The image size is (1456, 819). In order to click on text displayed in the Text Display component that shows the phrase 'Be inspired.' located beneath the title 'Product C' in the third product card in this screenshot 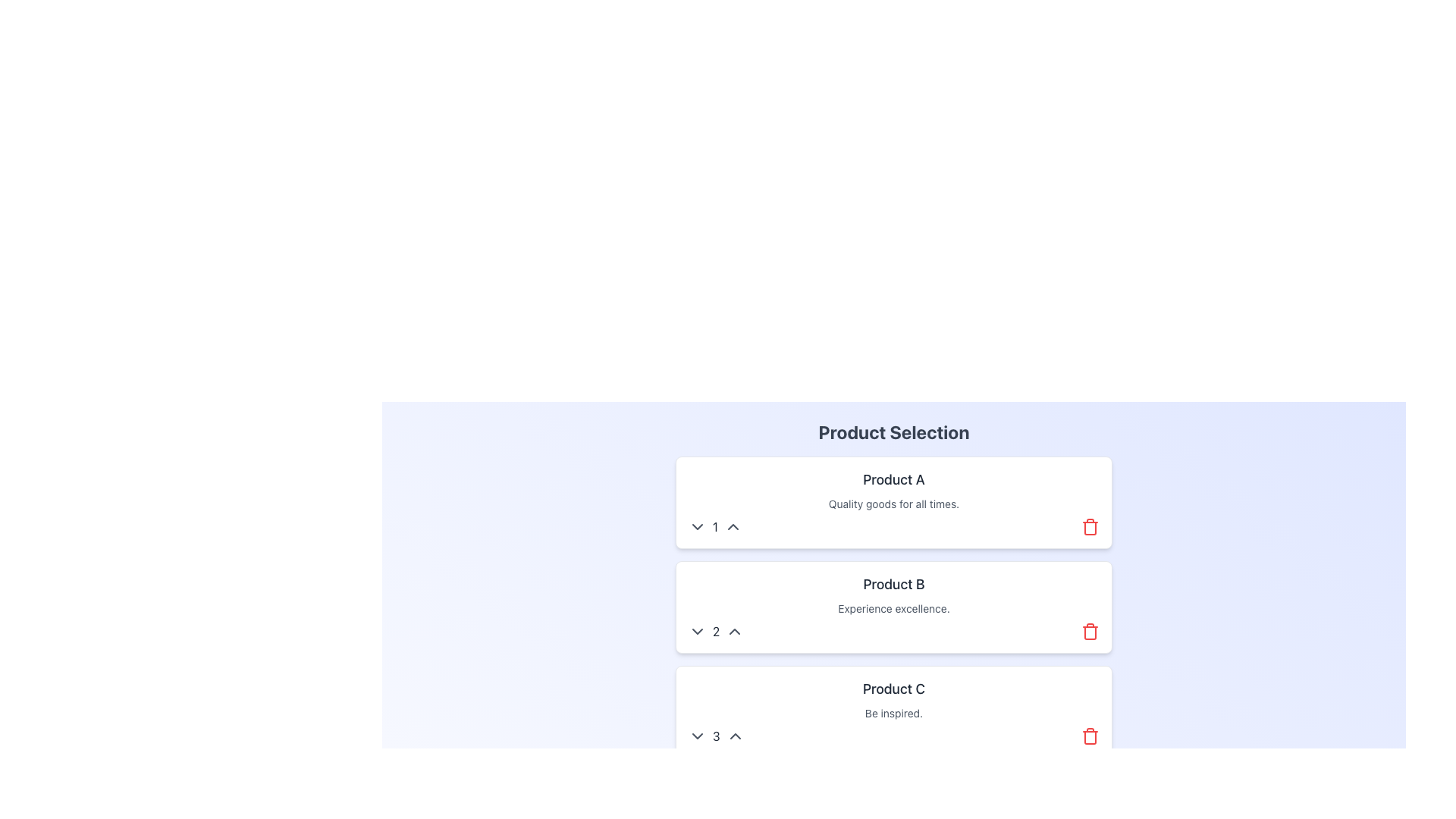, I will do `click(894, 714)`.